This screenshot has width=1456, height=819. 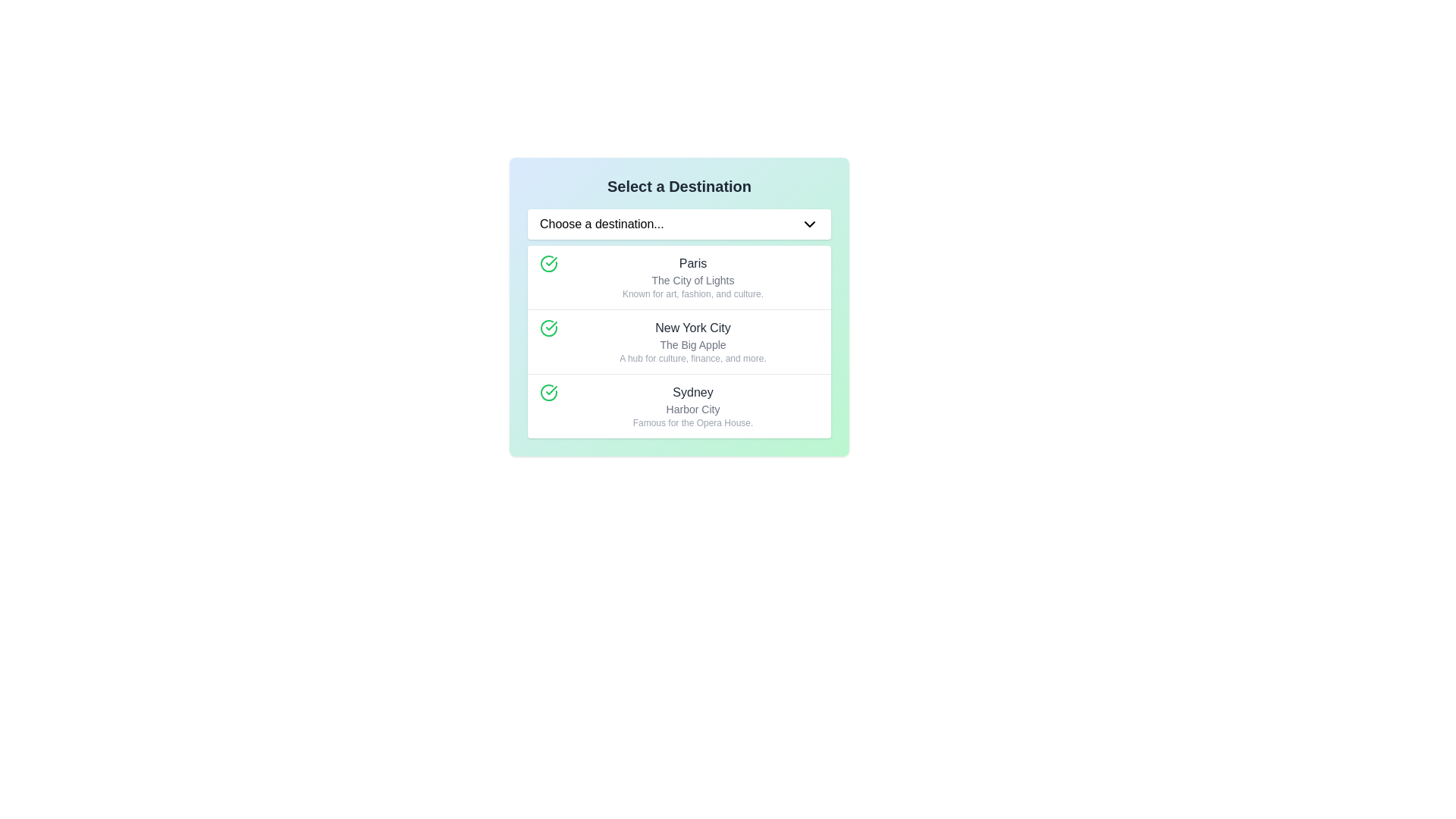 I want to click on text label displaying 'The Big Apple', which is styled in gray and located below 'New York City' and above the description text about culture and finance, so click(x=692, y=345).